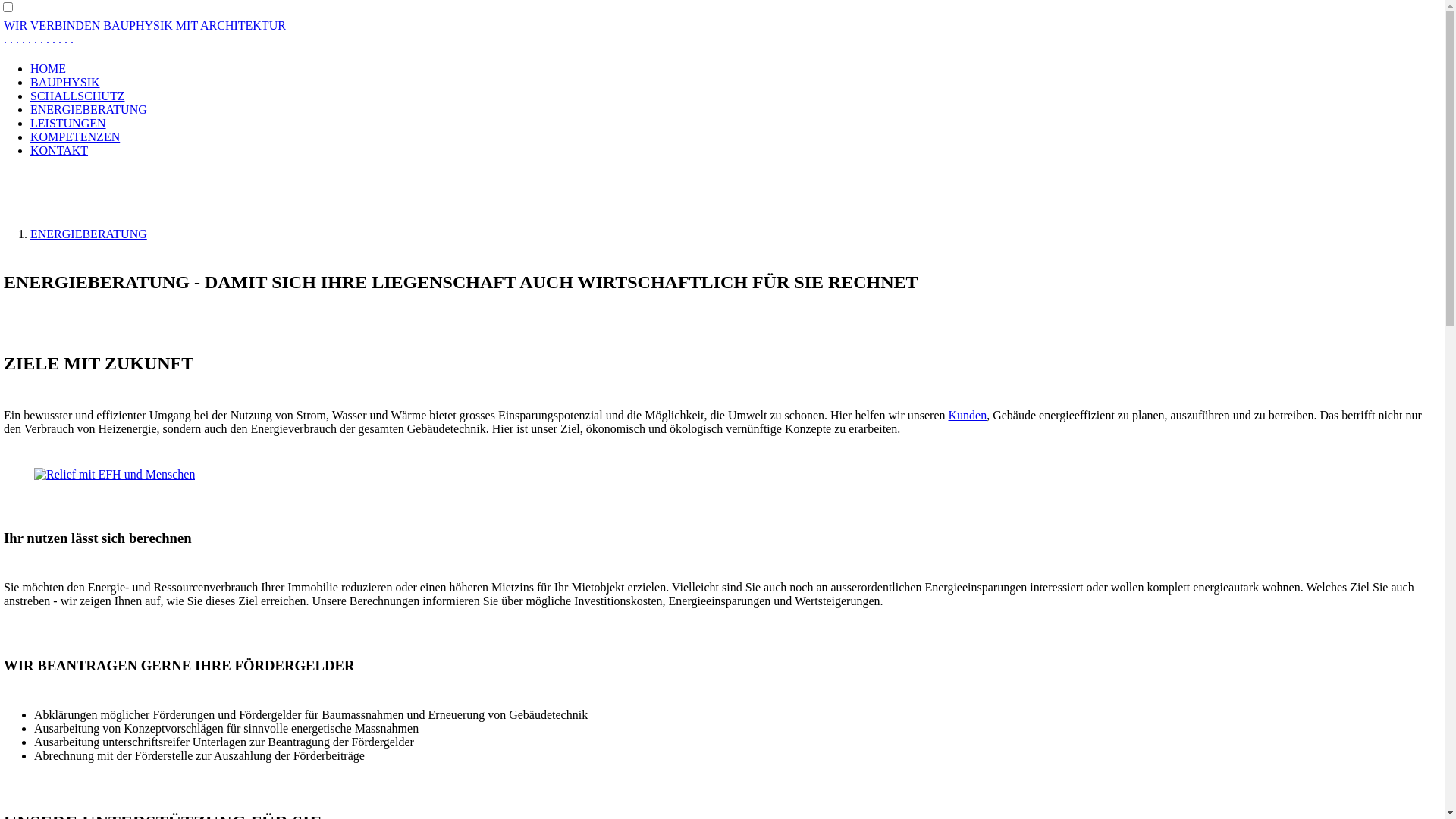  Describe the element at coordinates (74, 136) in the screenshot. I see `'KOMPETENZEN'` at that location.